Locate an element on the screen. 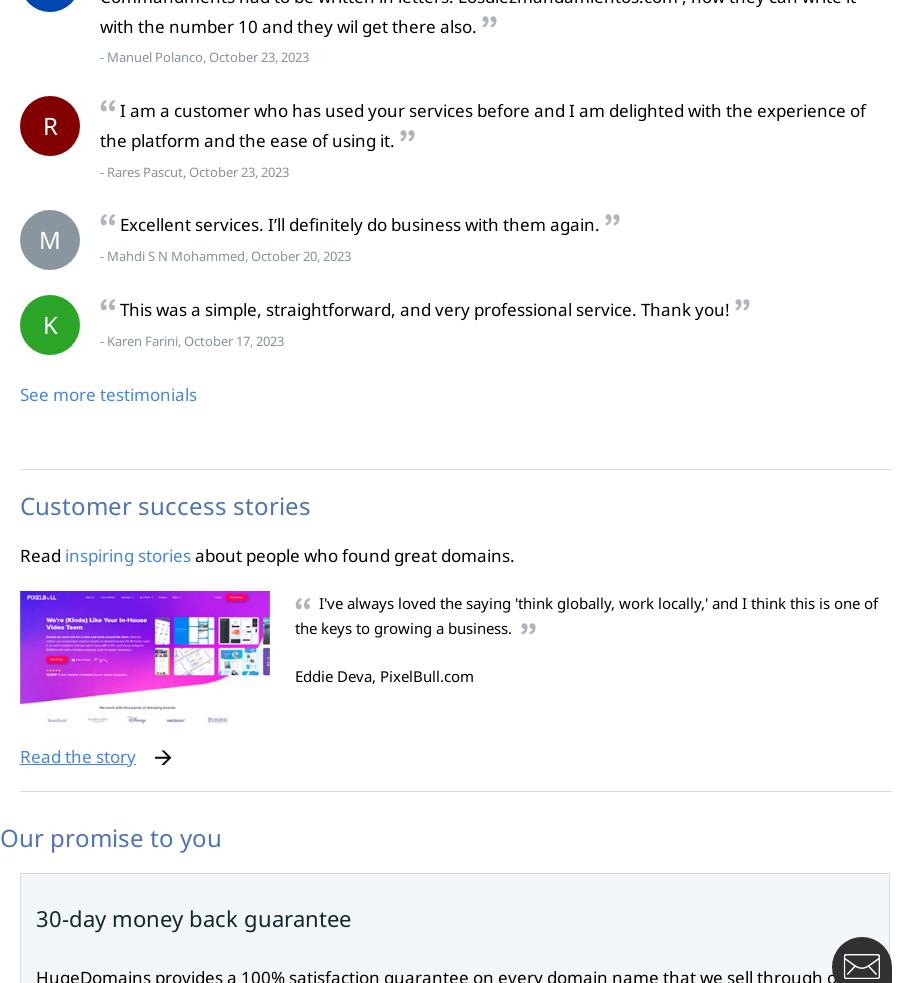 The image size is (912, 983). '30-day money back guarantee' is located at coordinates (192, 918).